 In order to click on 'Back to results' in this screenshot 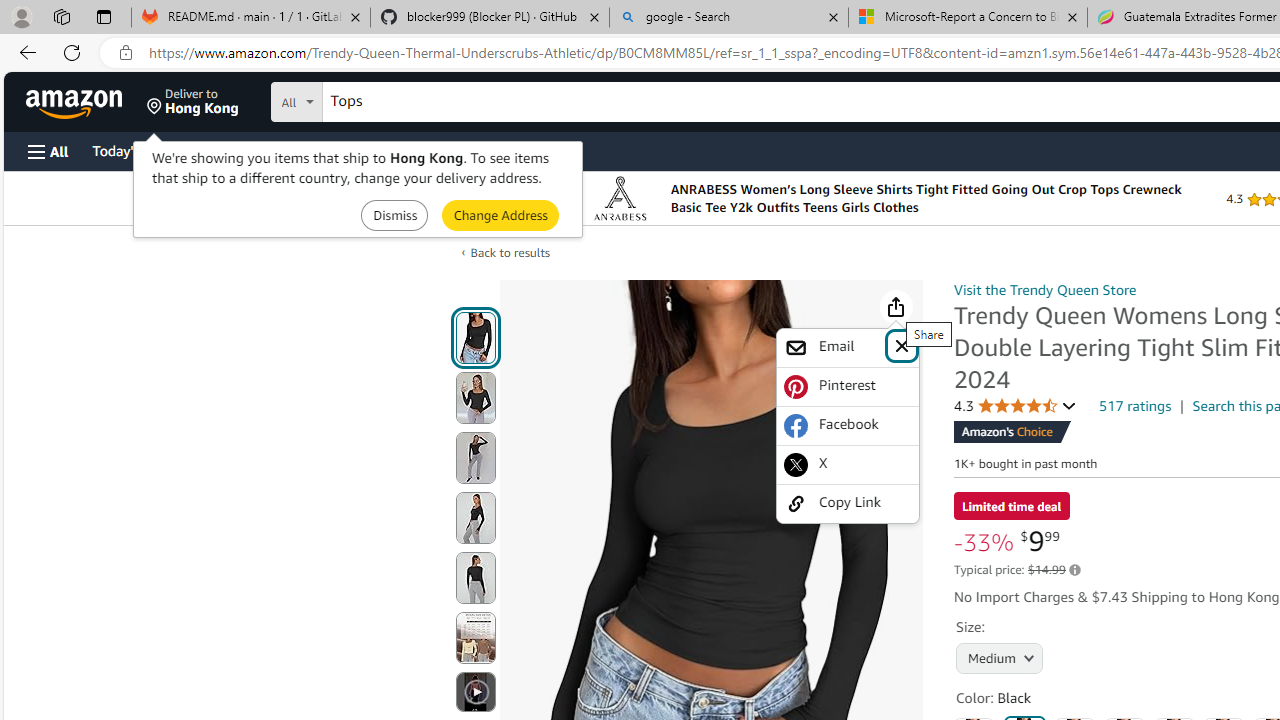, I will do `click(510, 251)`.